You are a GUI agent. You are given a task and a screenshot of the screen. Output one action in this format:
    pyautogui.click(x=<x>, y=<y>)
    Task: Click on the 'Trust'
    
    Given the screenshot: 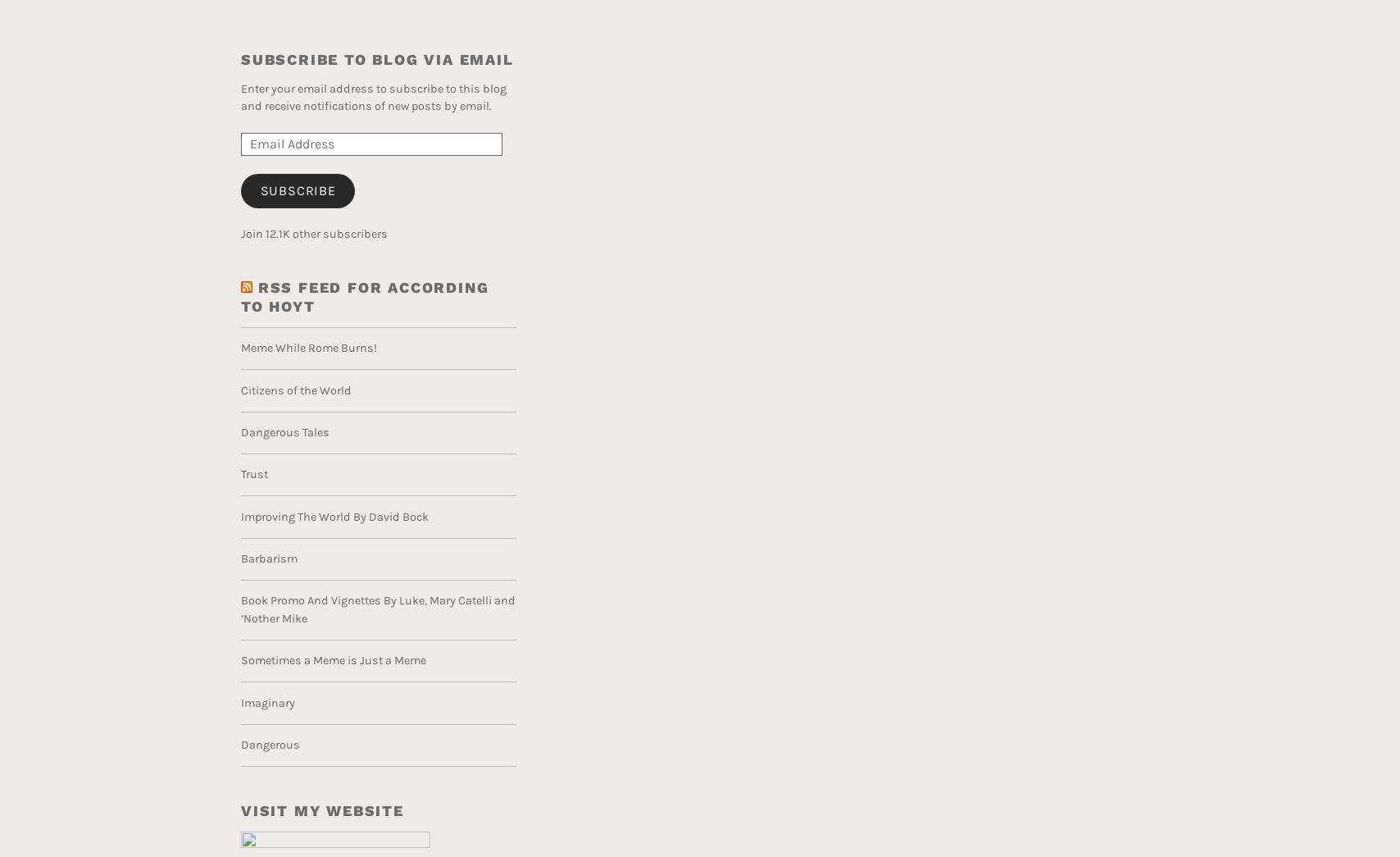 What is the action you would take?
    pyautogui.click(x=254, y=474)
    